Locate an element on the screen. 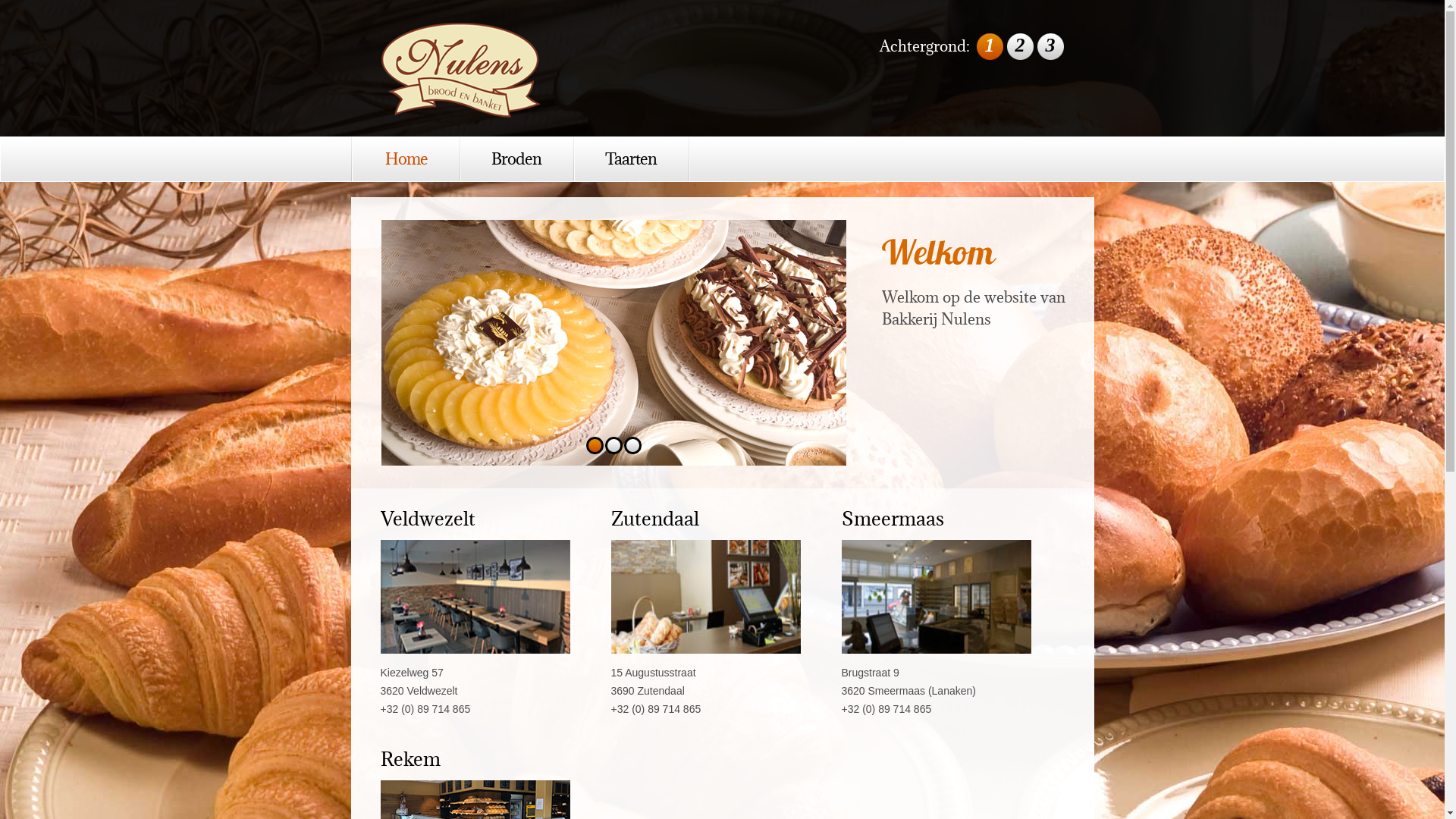 This screenshot has width=1456, height=819. '3' is located at coordinates (632, 444).